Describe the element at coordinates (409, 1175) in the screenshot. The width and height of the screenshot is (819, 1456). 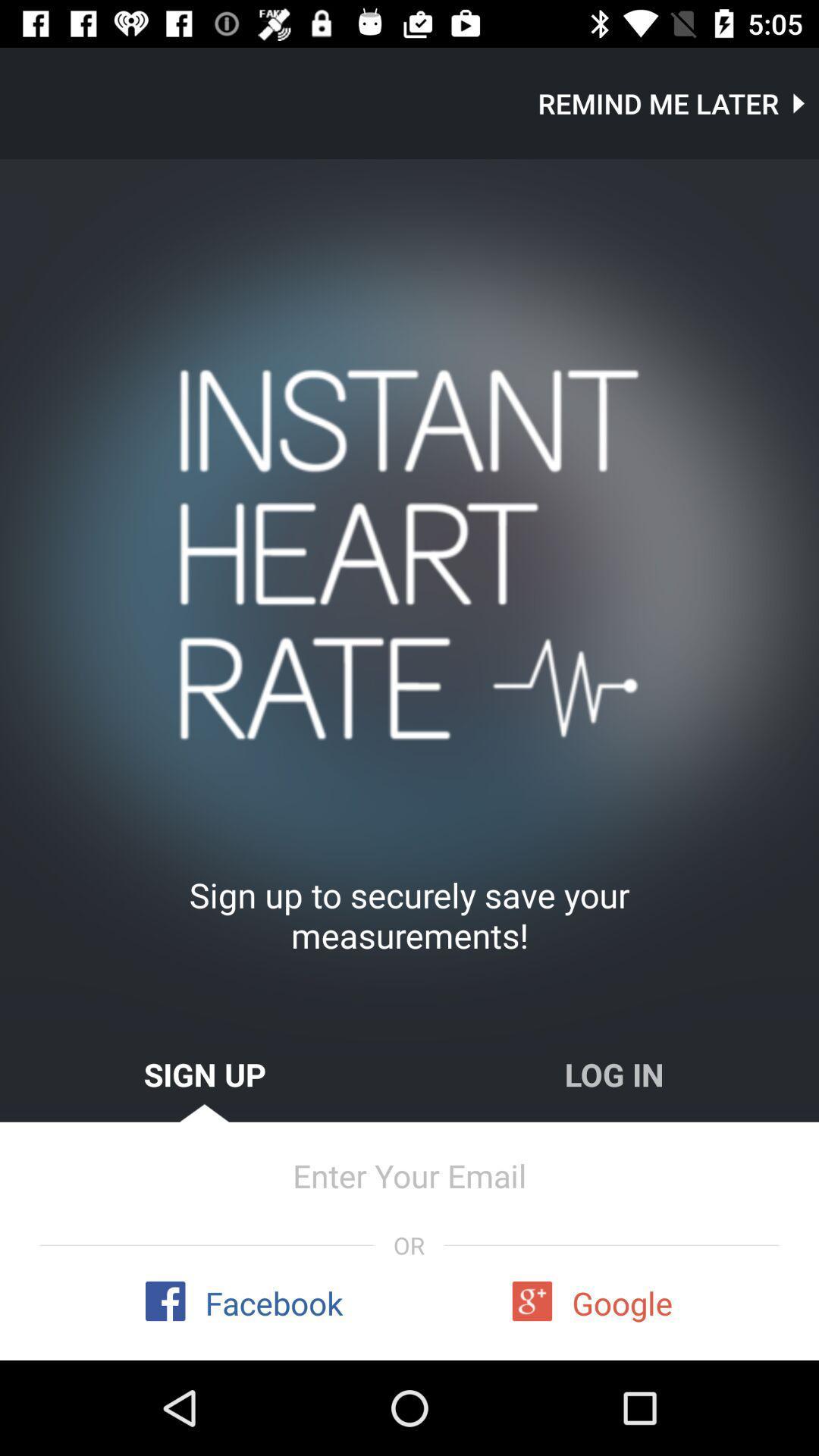
I see `the enter your email` at that location.